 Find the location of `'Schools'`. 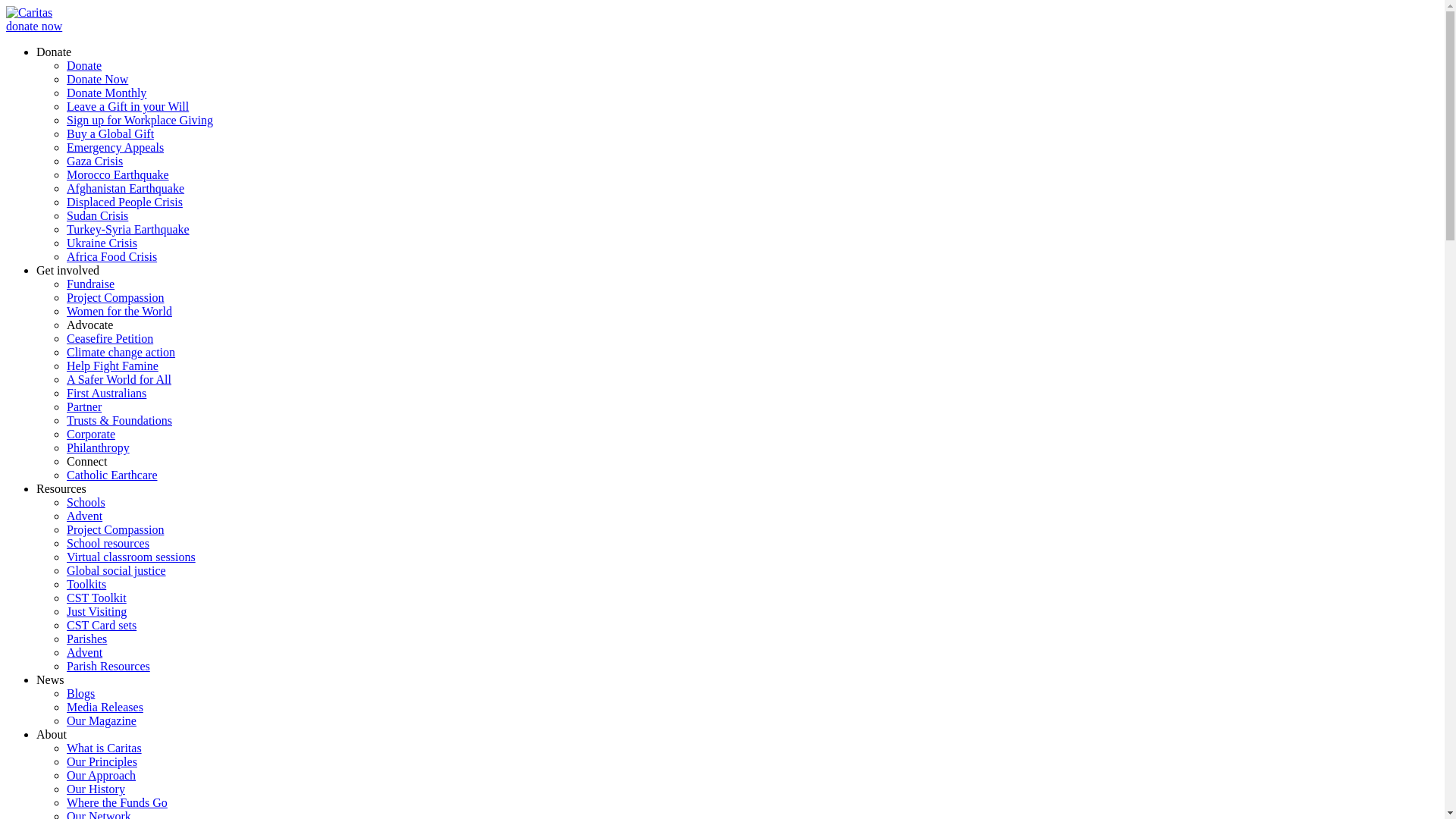

'Schools' is located at coordinates (85, 502).